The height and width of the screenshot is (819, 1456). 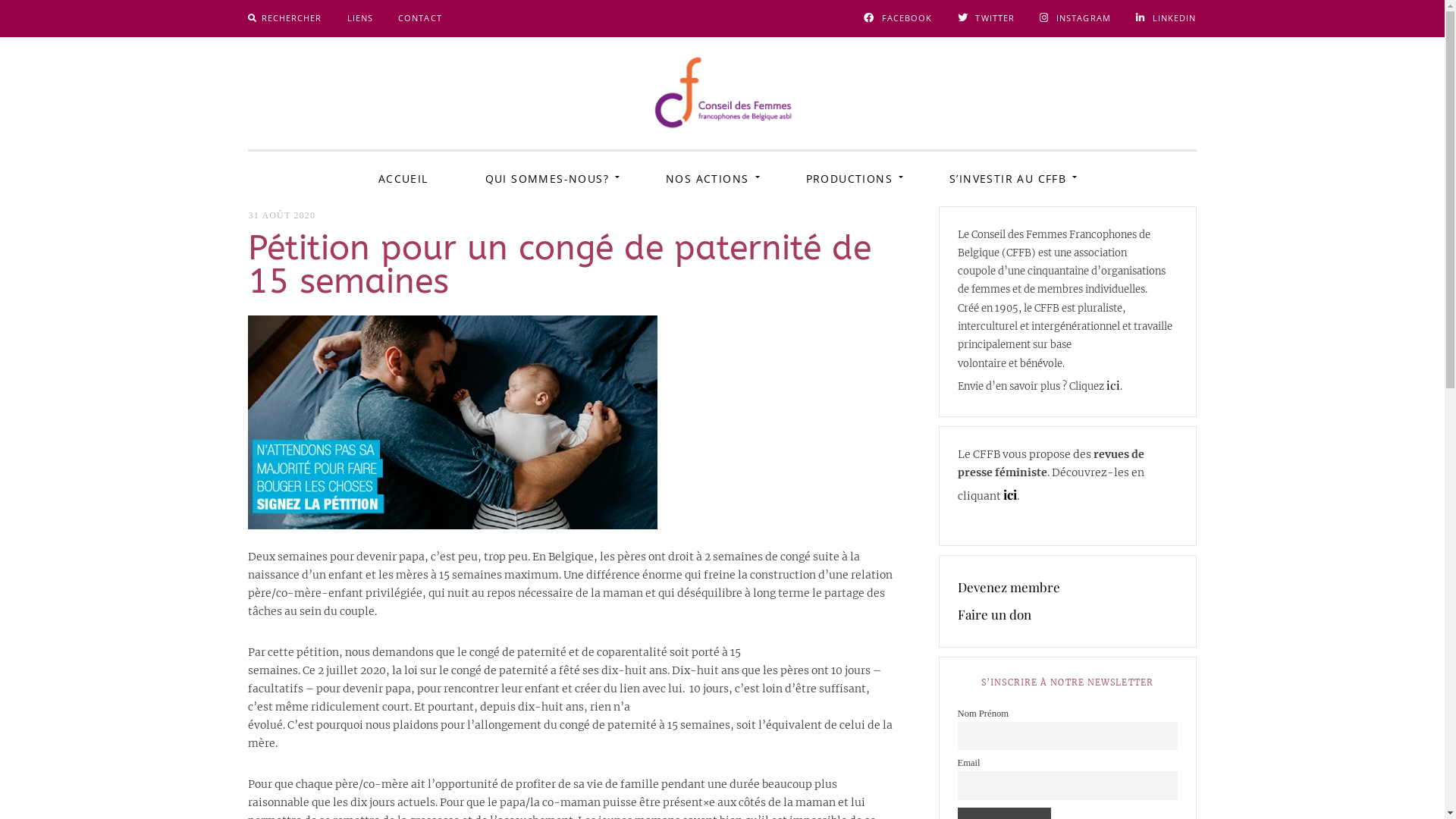 What do you see at coordinates (898, 18) in the screenshot?
I see `'FACEBOOK'` at bounding box center [898, 18].